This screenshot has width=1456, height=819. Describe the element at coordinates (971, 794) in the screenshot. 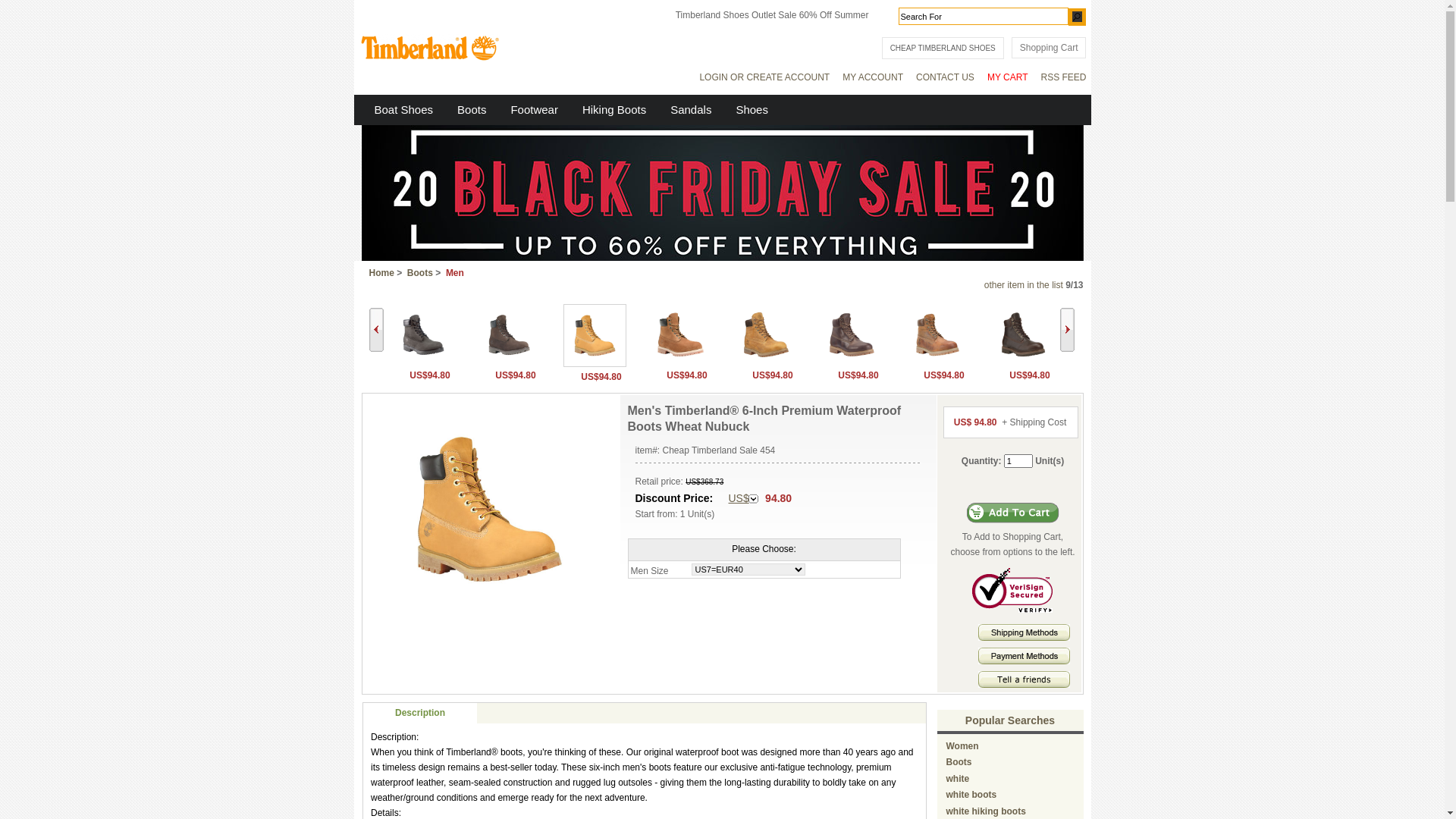

I see `'white boots'` at that location.